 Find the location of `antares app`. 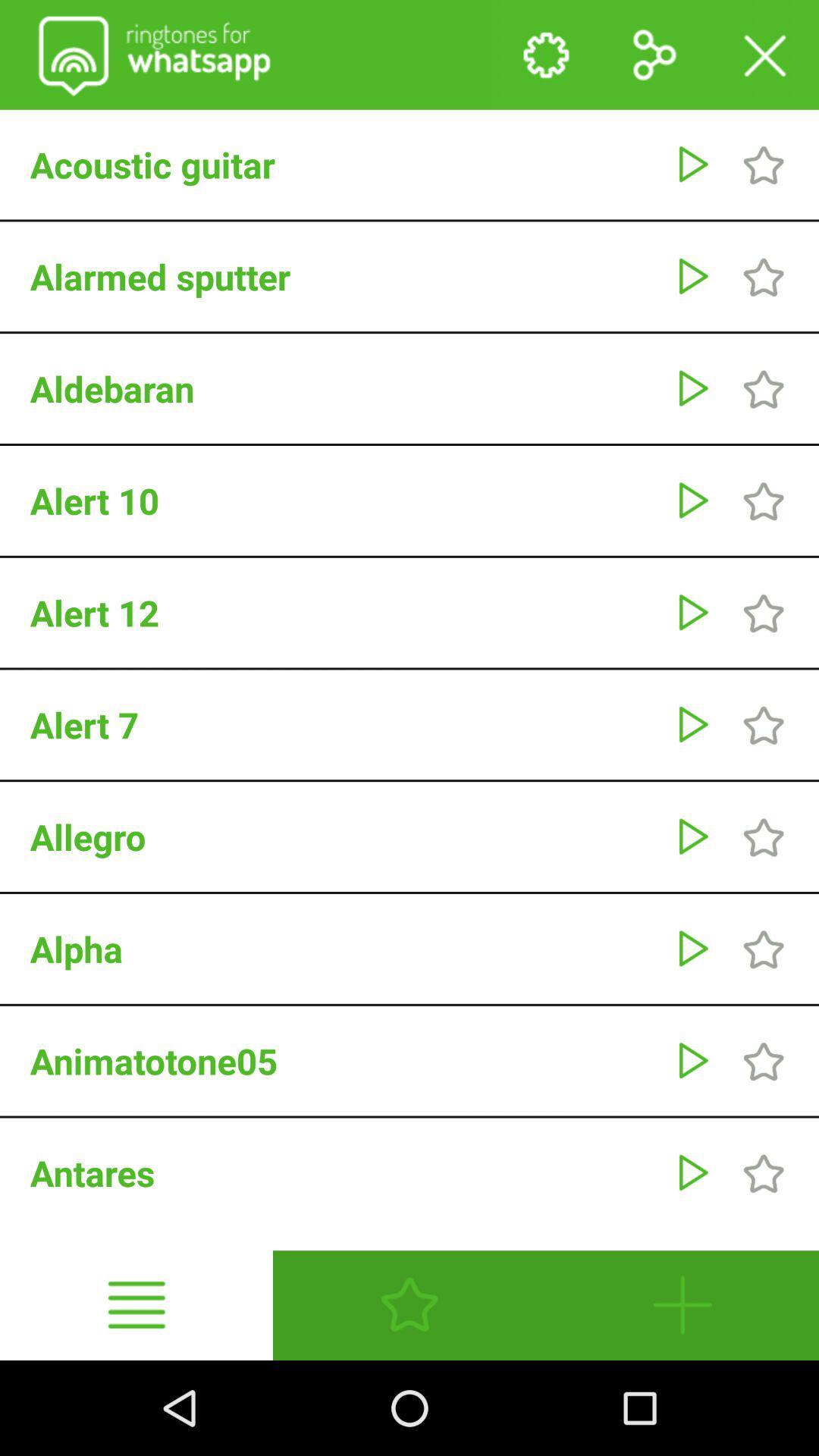

antares app is located at coordinates (344, 1172).